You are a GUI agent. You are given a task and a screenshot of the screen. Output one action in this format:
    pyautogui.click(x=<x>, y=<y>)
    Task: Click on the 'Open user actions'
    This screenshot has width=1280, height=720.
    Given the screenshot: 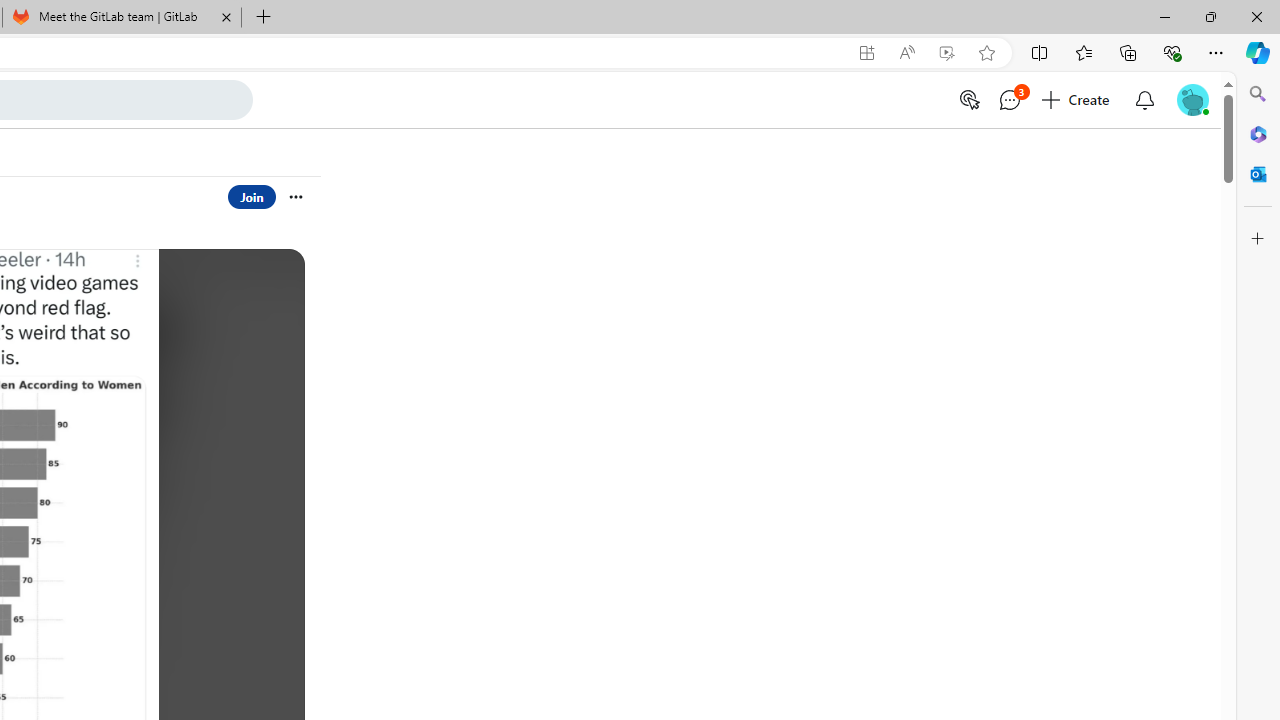 What is the action you would take?
    pyautogui.click(x=294, y=196)
    